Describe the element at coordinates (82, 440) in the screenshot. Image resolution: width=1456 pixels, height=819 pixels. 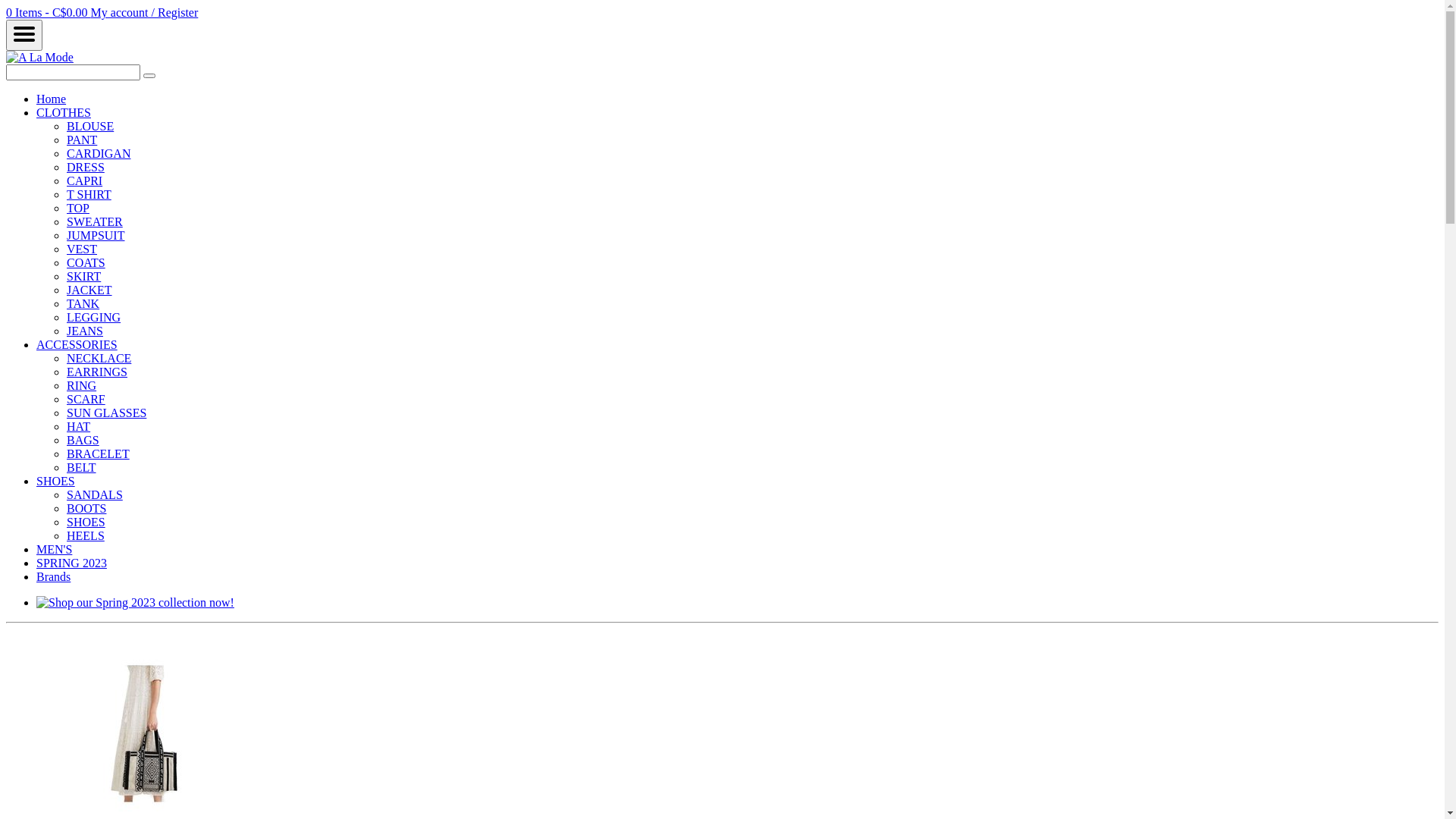
I see `'BAGS'` at that location.